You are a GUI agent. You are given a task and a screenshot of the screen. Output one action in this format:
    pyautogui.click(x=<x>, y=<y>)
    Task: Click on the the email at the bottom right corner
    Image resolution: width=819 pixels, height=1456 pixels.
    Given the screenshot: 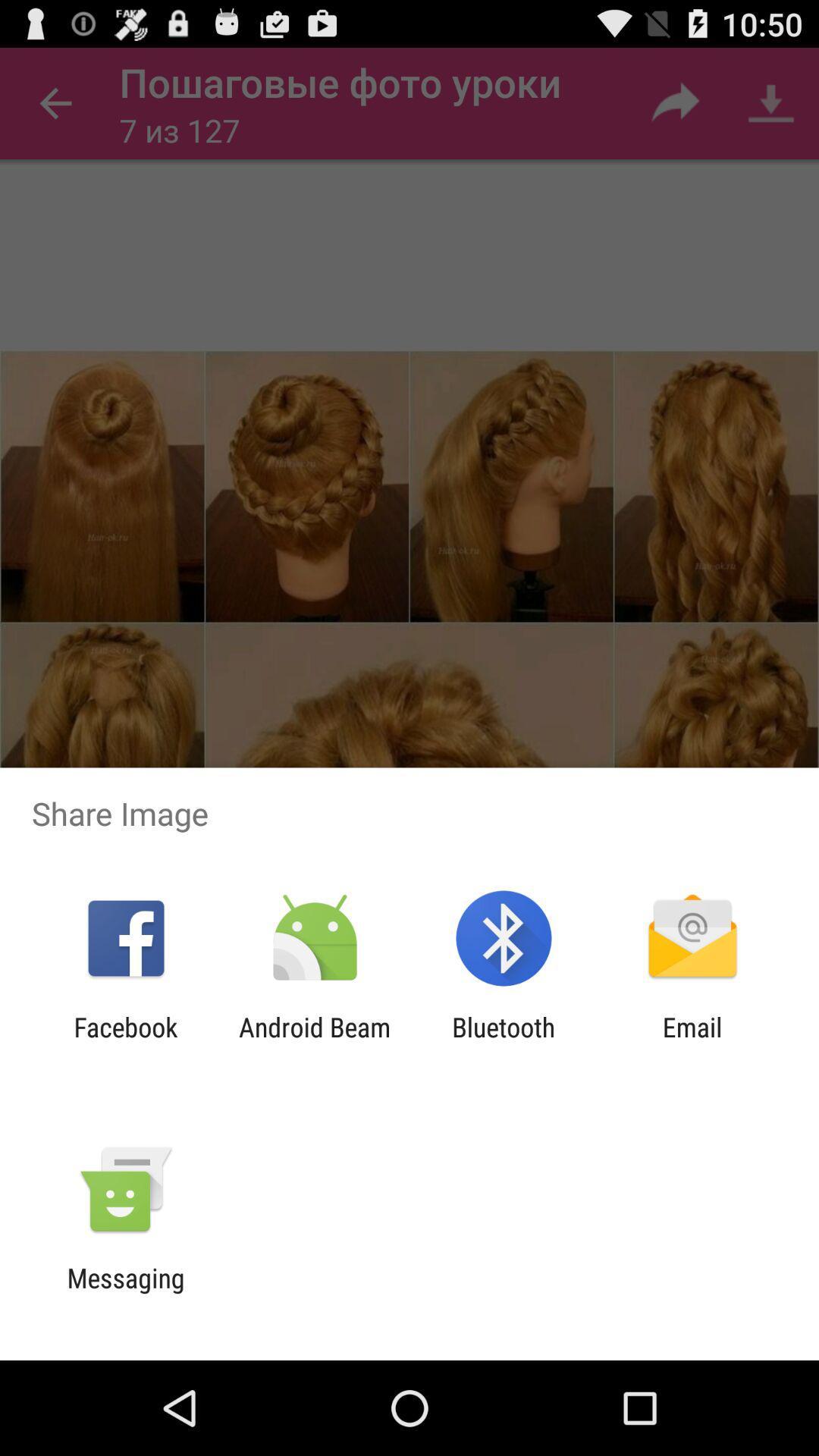 What is the action you would take?
    pyautogui.click(x=692, y=1042)
    